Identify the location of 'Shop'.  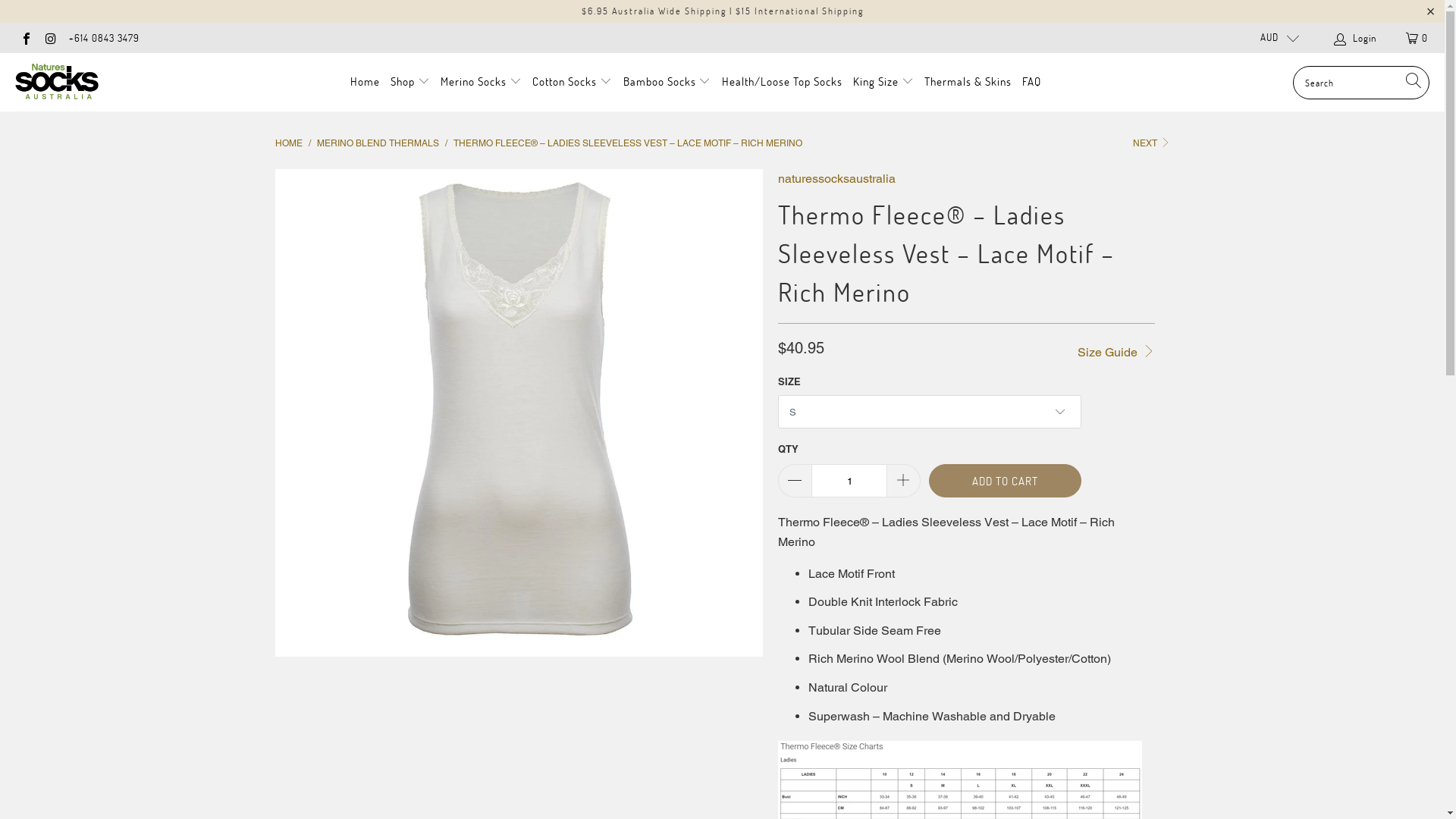
(390, 82).